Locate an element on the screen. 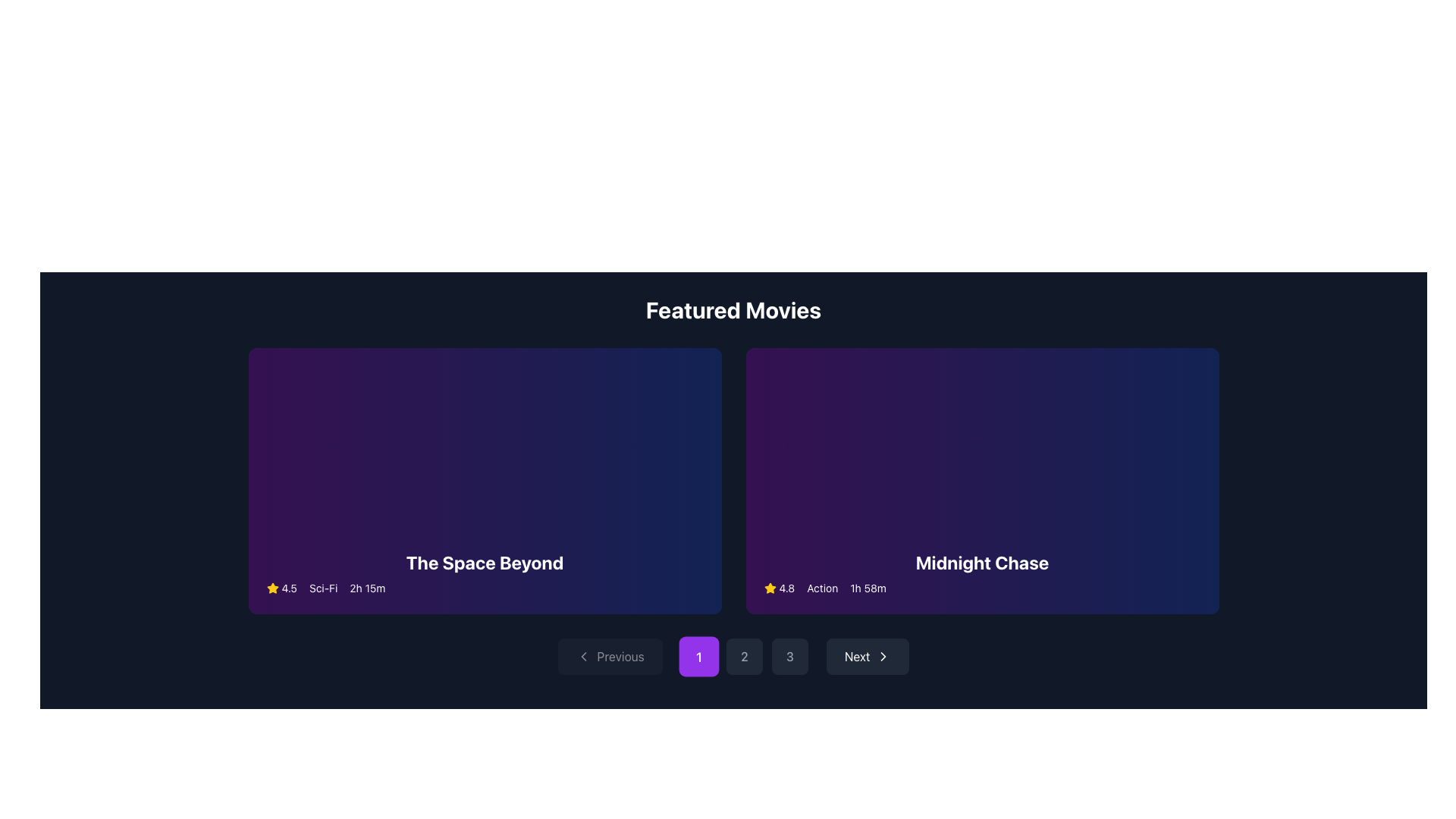 Image resolution: width=1456 pixels, height=819 pixels. displayed text '1h 58m' from the Text Label indicating the duration of the movie in the details section of the second movie card 'Midnight Chase' is located at coordinates (868, 587).